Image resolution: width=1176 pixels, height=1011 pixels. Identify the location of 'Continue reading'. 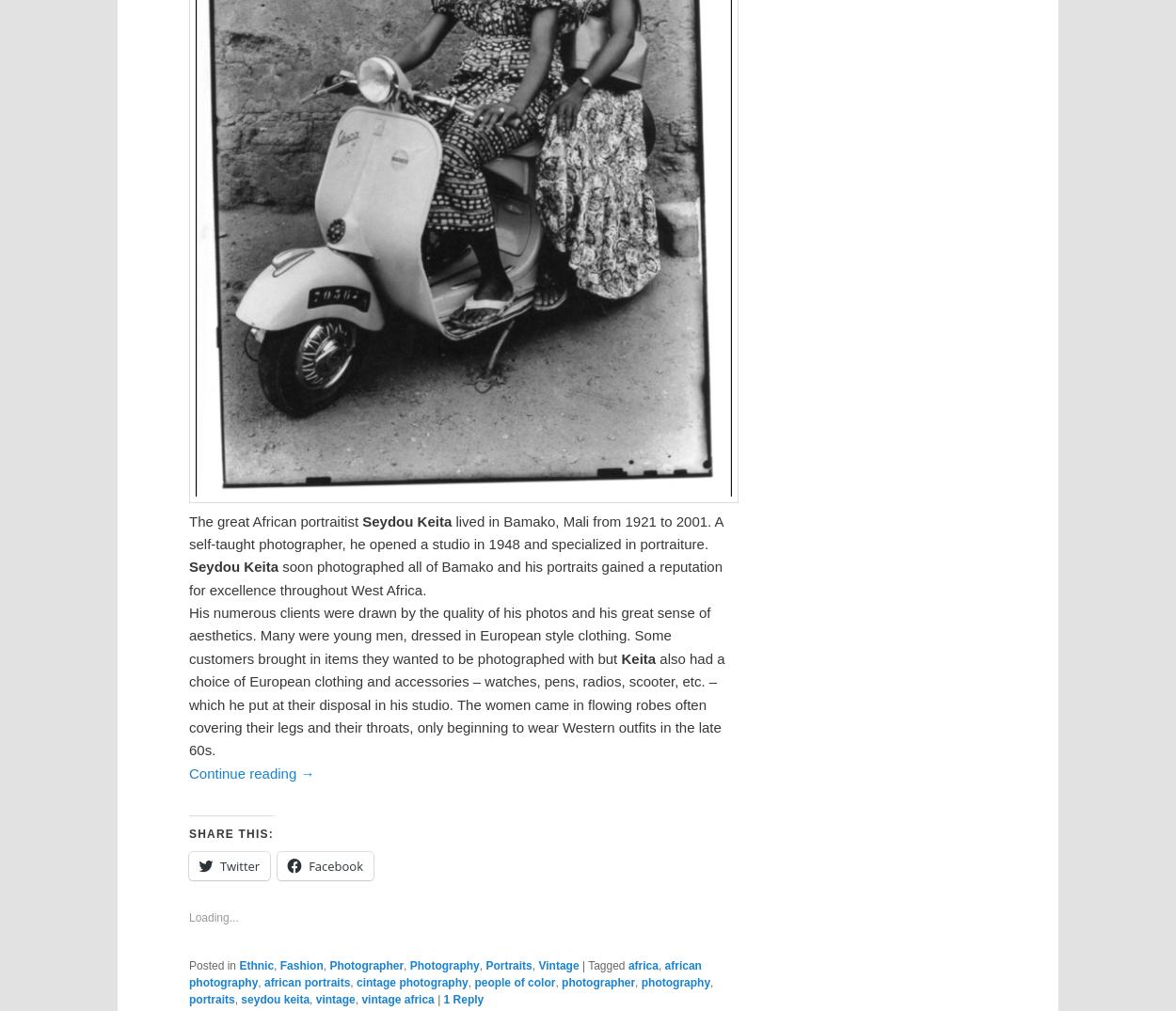
(245, 771).